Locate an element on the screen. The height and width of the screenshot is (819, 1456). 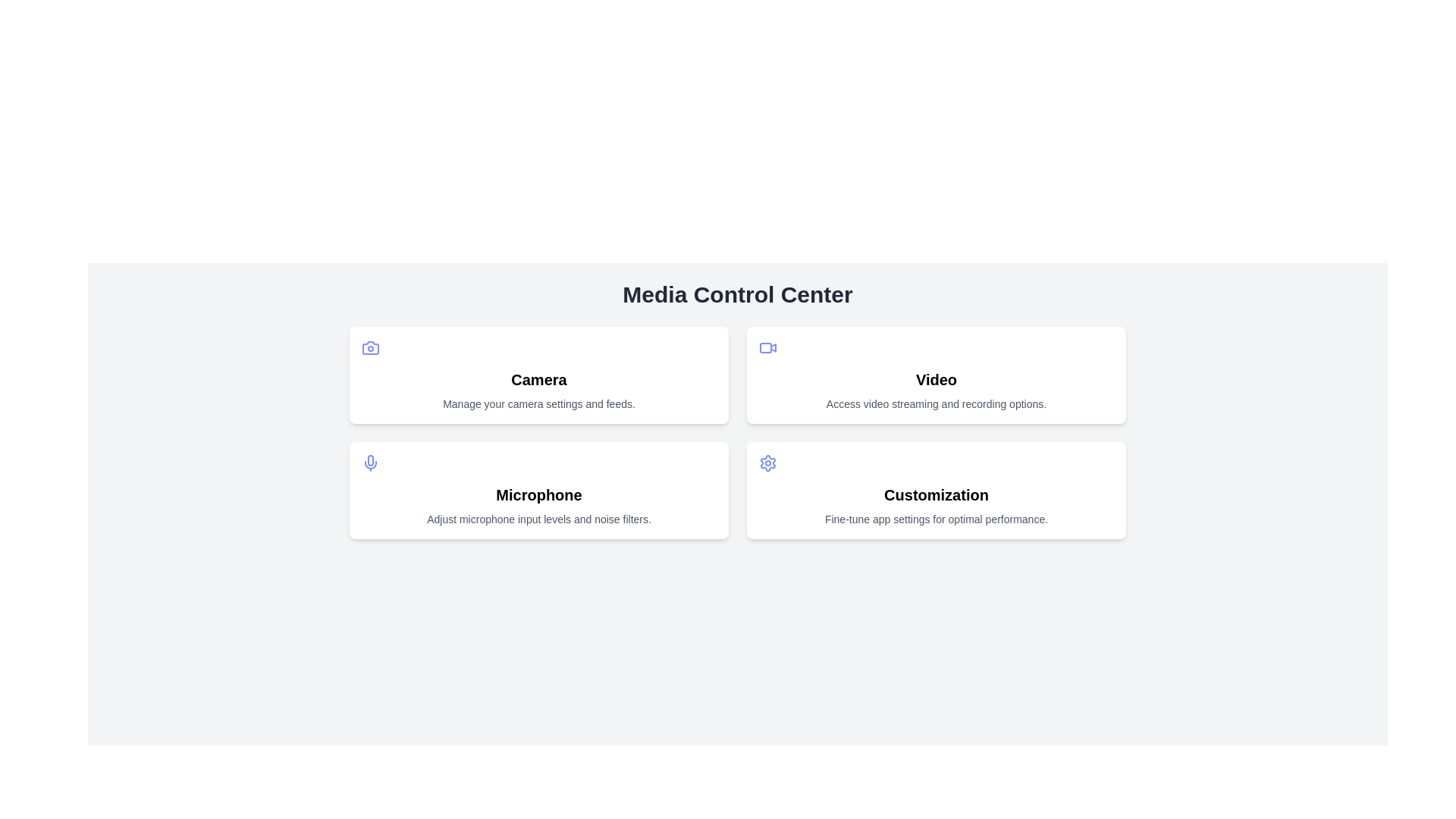
bold header text label in the top-right card of the four-card grid layout that indicates its purpose related to video functionalities is located at coordinates (935, 379).